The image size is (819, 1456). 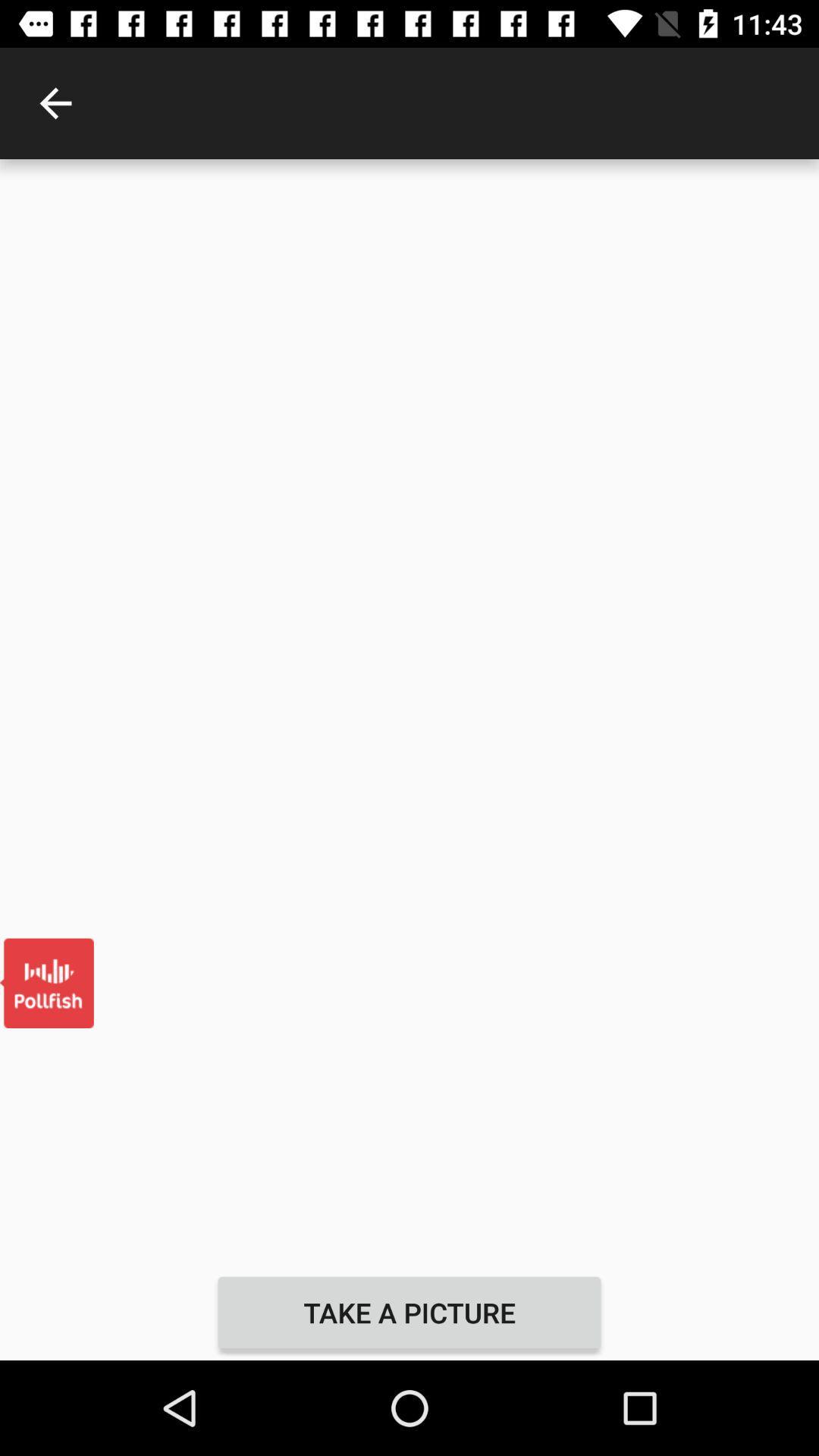 I want to click on the take a picture, so click(x=409, y=1312).